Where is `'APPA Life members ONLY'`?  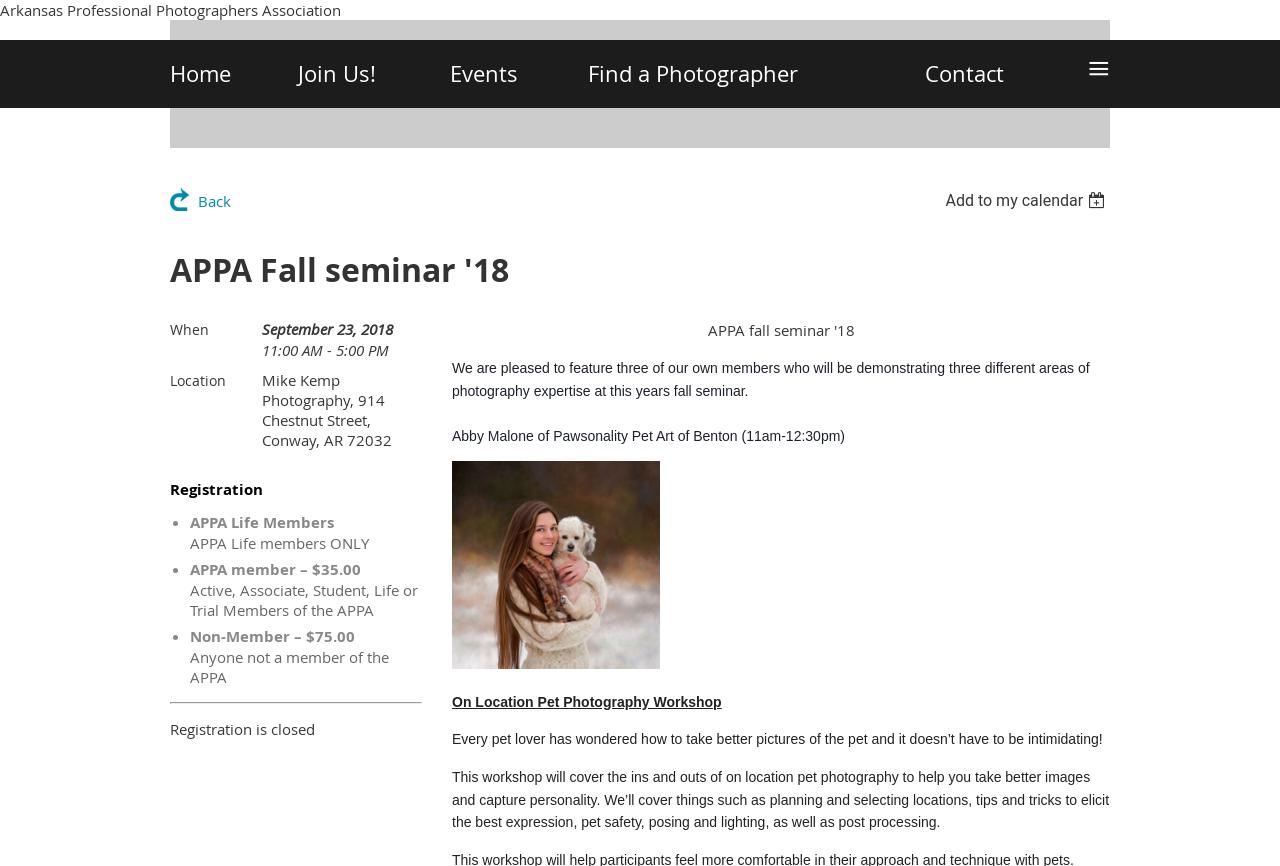
'APPA Life members ONLY' is located at coordinates (278, 542).